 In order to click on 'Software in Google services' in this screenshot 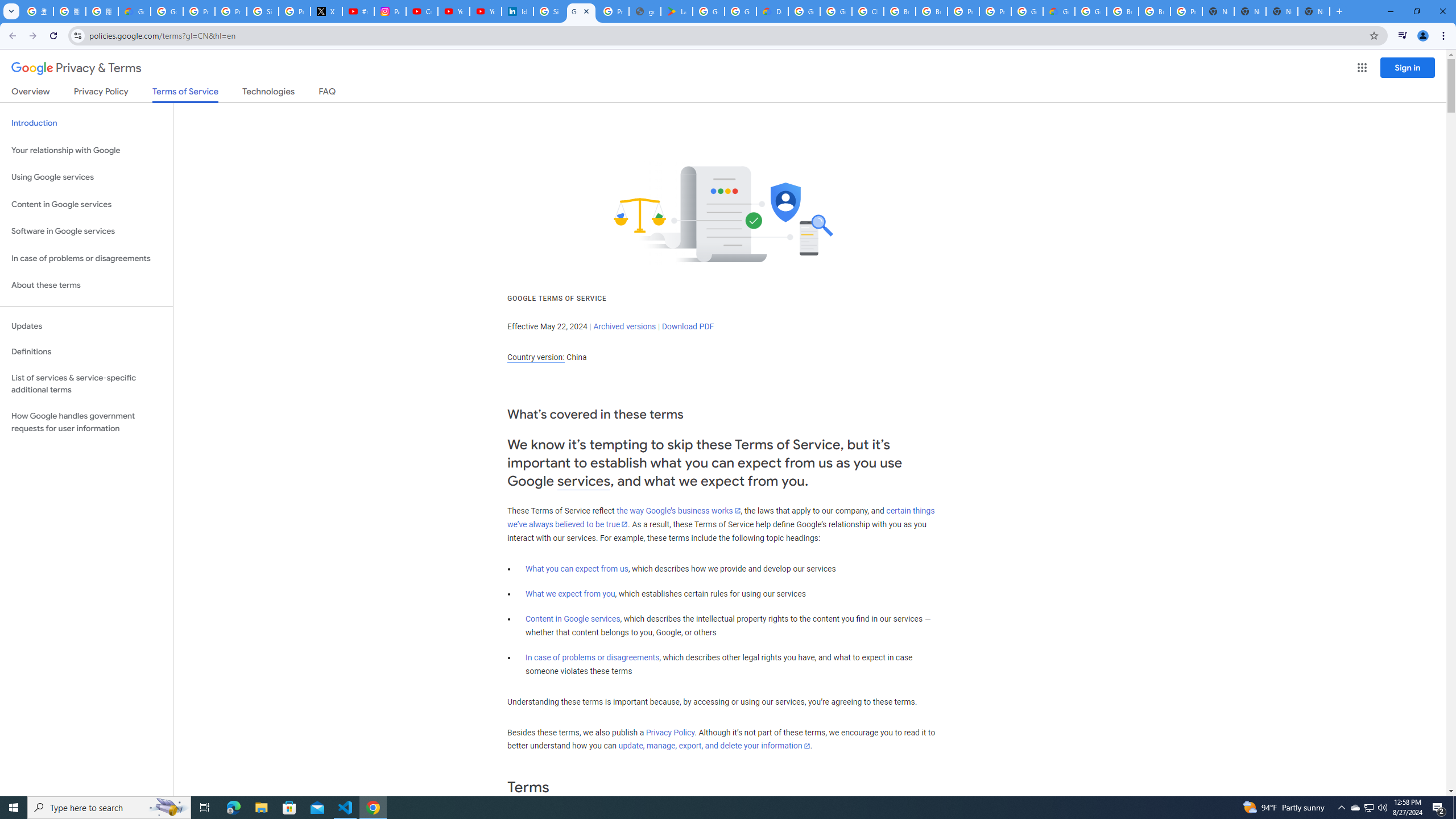, I will do `click(86, 230)`.